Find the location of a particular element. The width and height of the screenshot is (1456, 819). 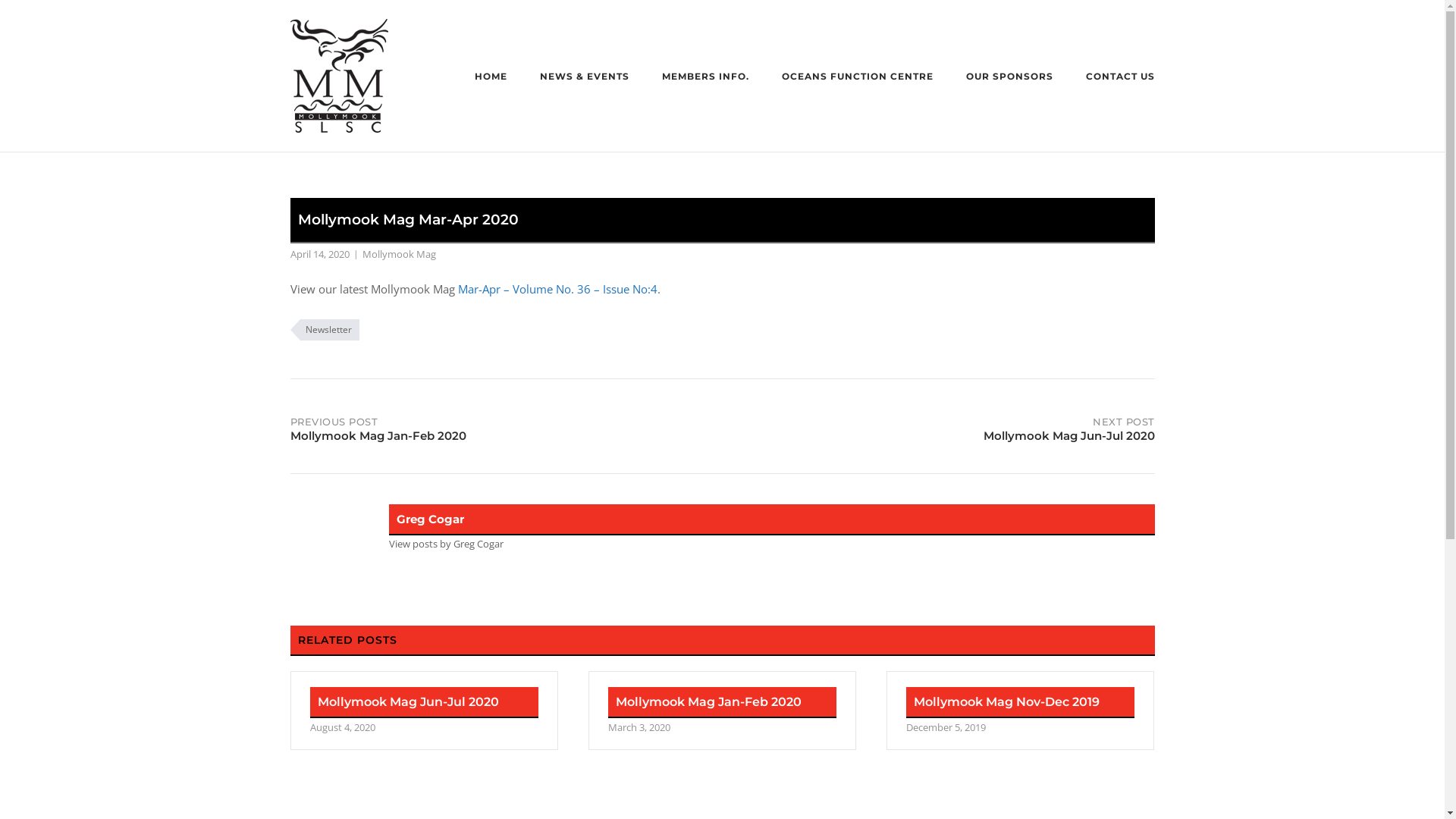

'OUR SPONSORS' is located at coordinates (1009, 78).